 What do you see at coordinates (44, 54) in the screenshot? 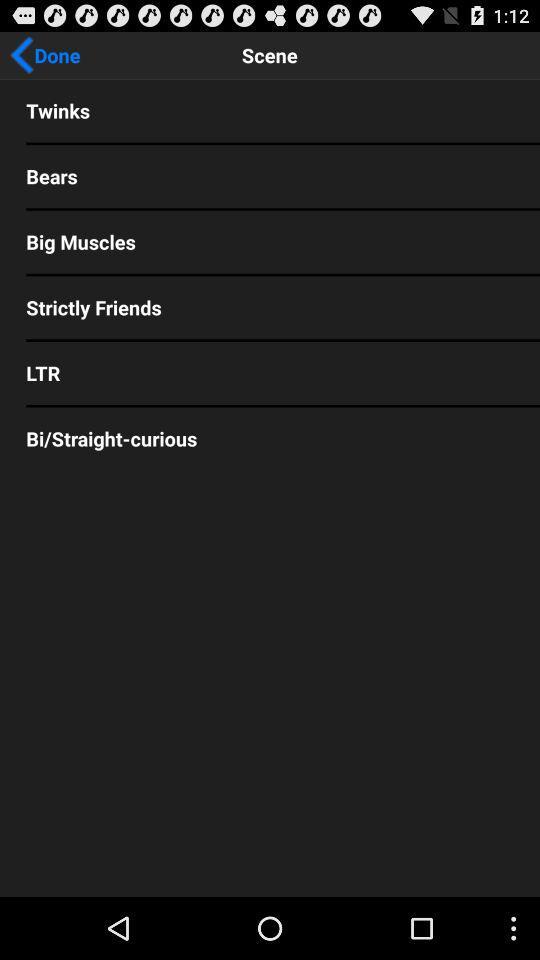
I see `the icon next to scene icon` at bounding box center [44, 54].